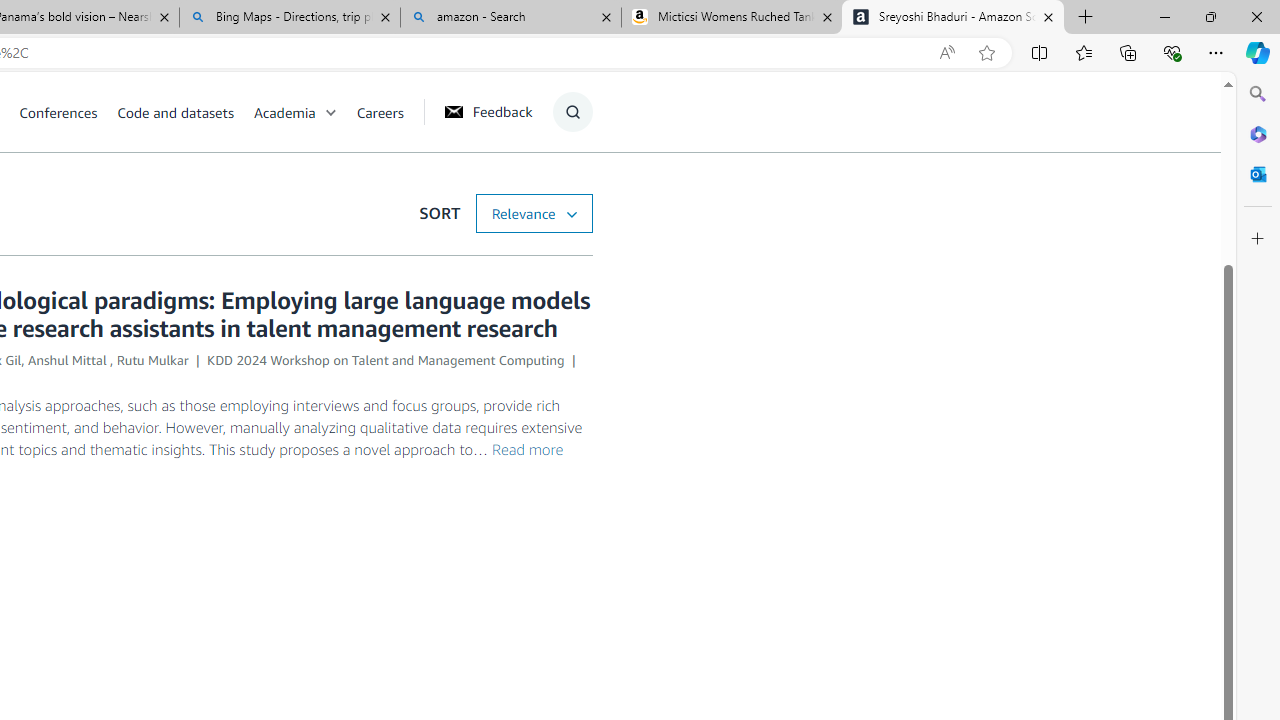 This screenshot has width=1280, height=720. Describe the element at coordinates (380, 111) in the screenshot. I see `'Careers'` at that location.